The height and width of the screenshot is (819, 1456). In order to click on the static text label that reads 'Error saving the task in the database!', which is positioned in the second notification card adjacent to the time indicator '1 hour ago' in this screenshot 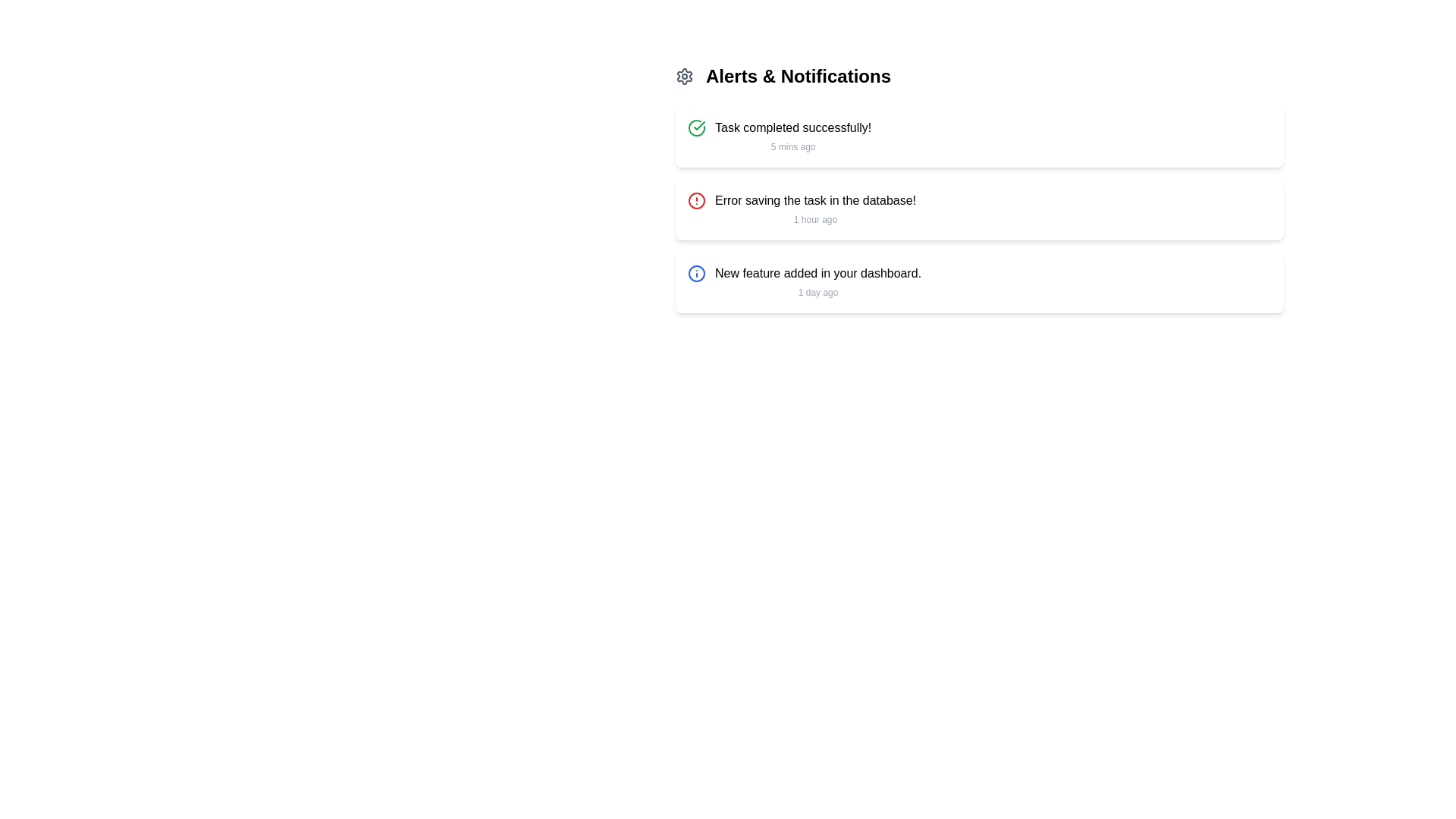, I will do `click(814, 200)`.